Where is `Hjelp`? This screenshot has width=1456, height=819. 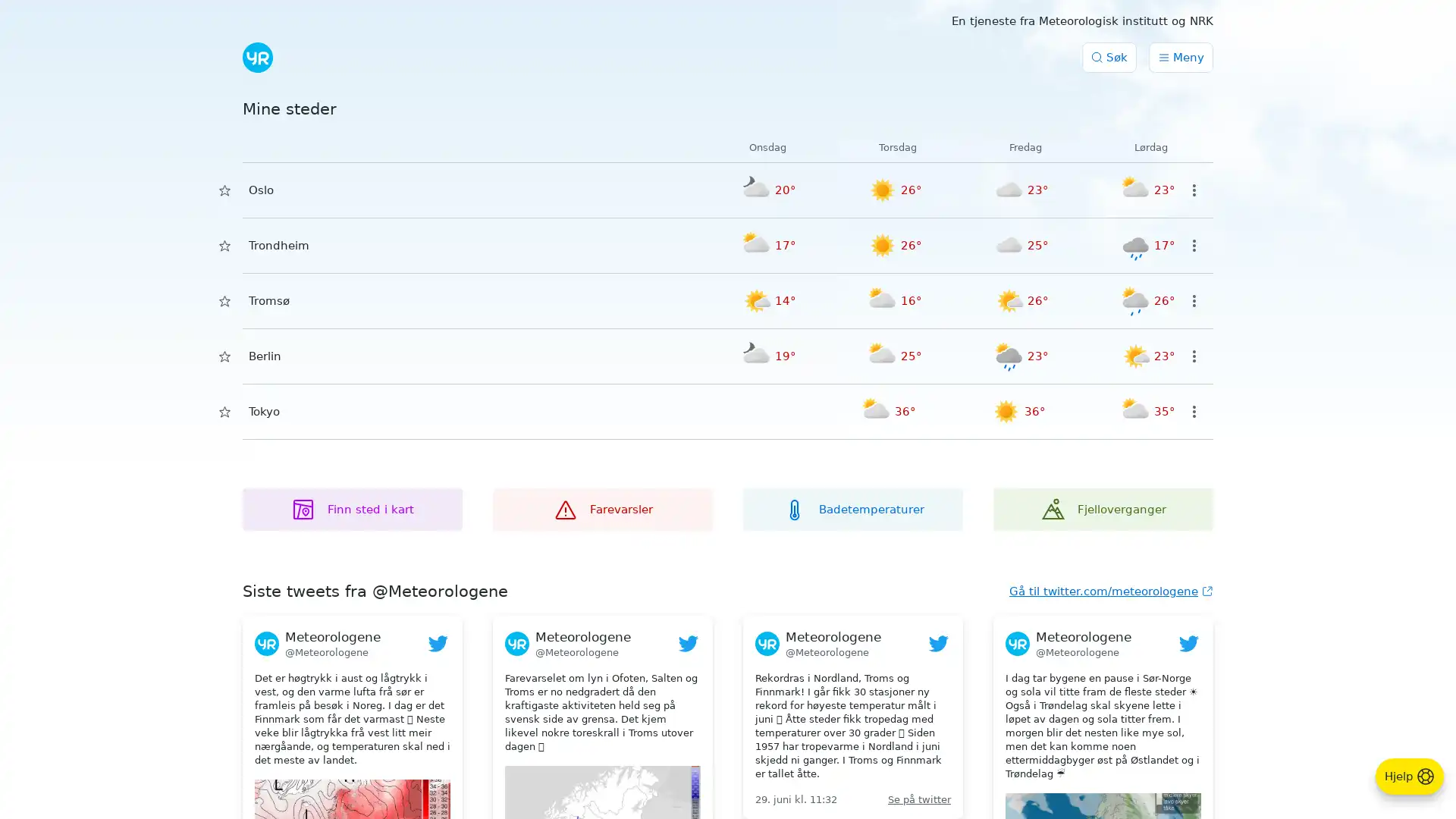 Hjelp is located at coordinates (1408, 776).